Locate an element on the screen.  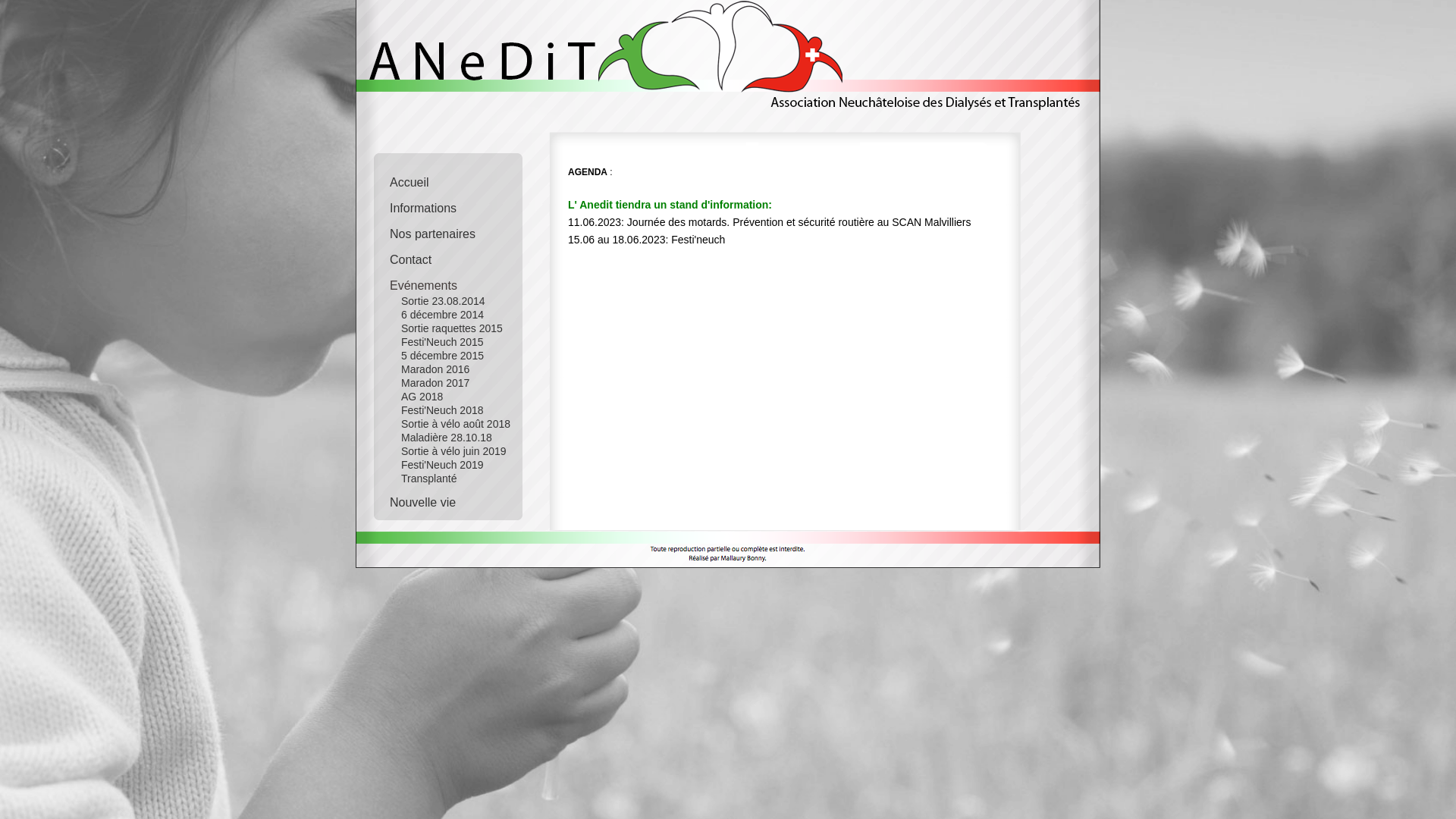
'Festi'Neuch 2018' is located at coordinates (446, 409).